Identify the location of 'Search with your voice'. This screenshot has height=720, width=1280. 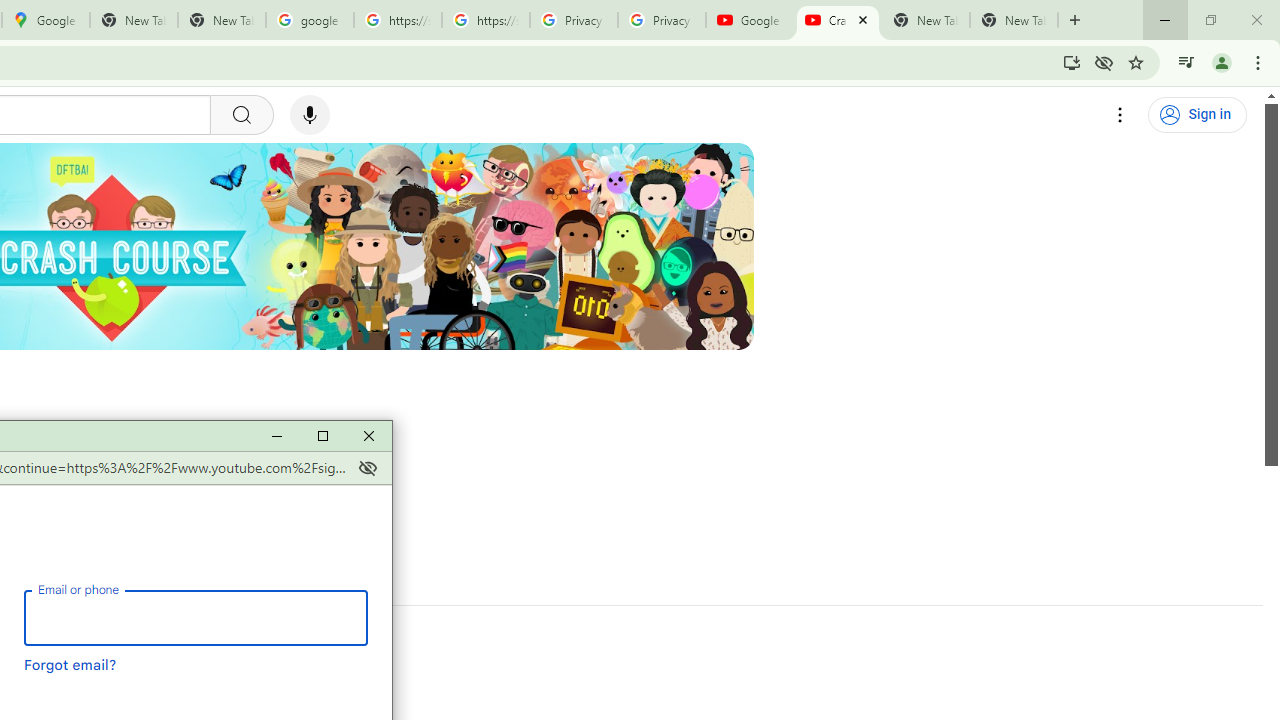
(308, 115).